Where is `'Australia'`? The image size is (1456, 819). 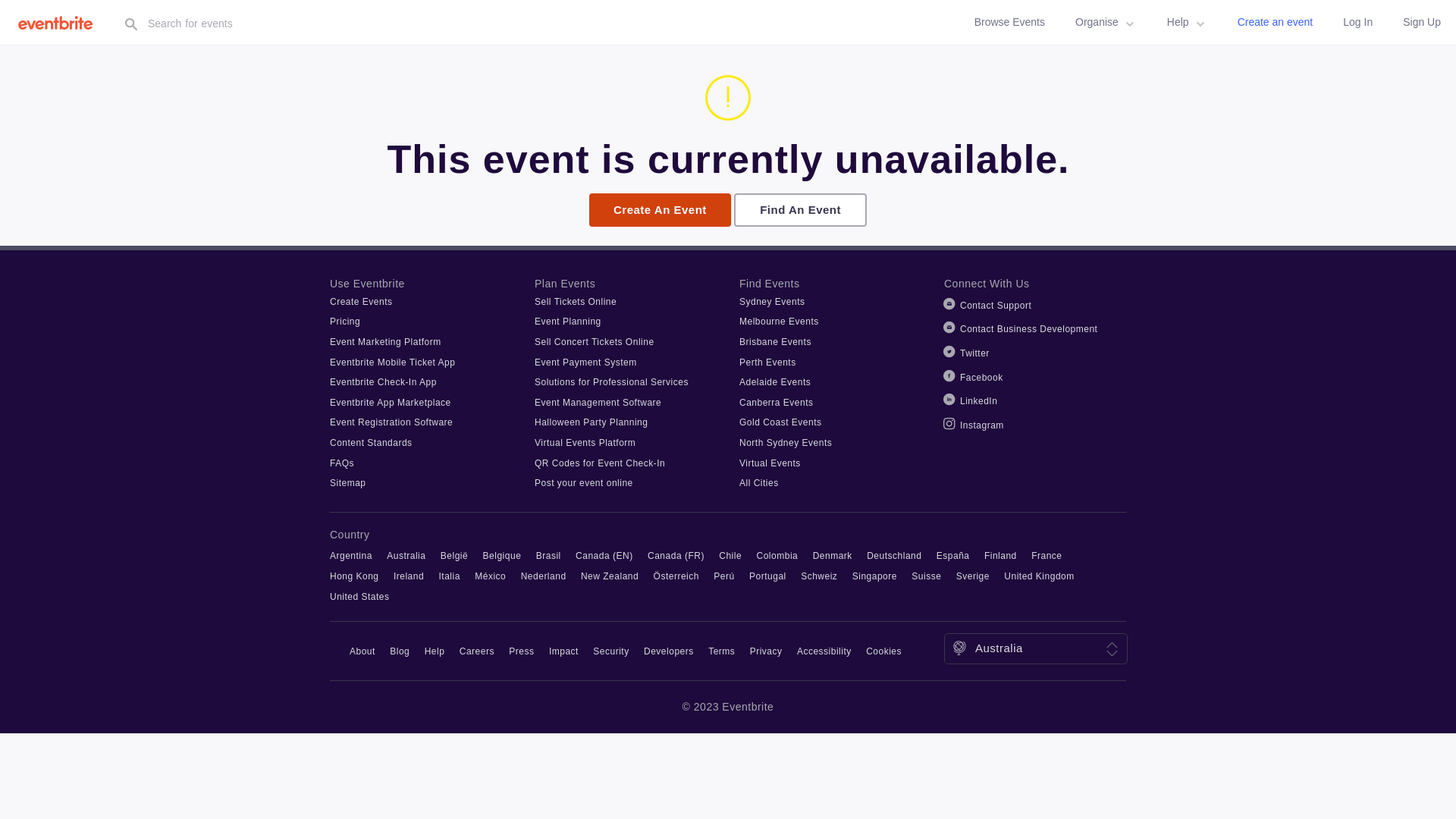
'Australia' is located at coordinates (406, 555).